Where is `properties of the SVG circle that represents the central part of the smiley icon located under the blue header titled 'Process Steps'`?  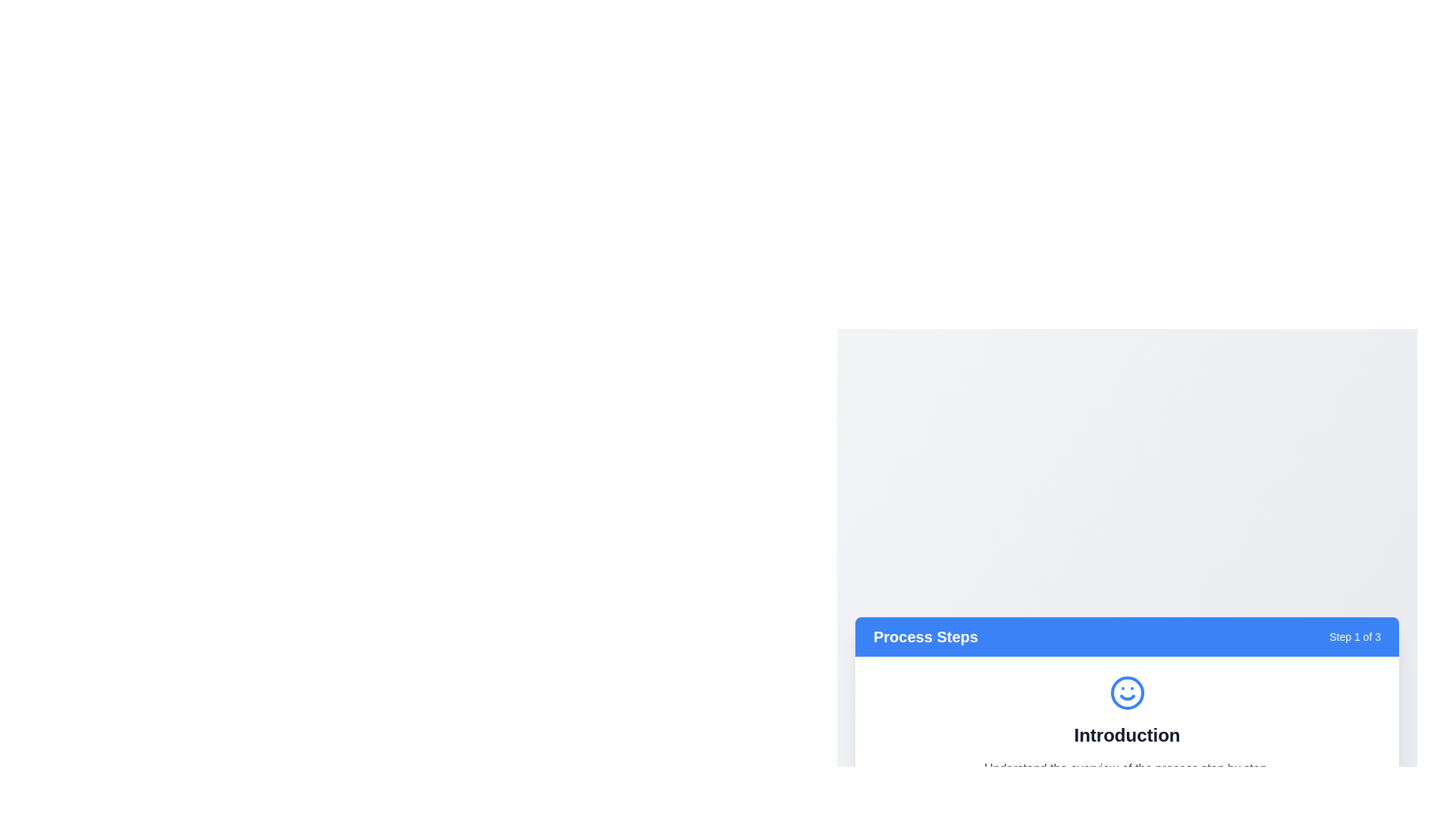 properties of the SVG circle that represents the central part of the smiley icon located under the blue header titled 'Process Steps' is located at coordinates (1127, 692).